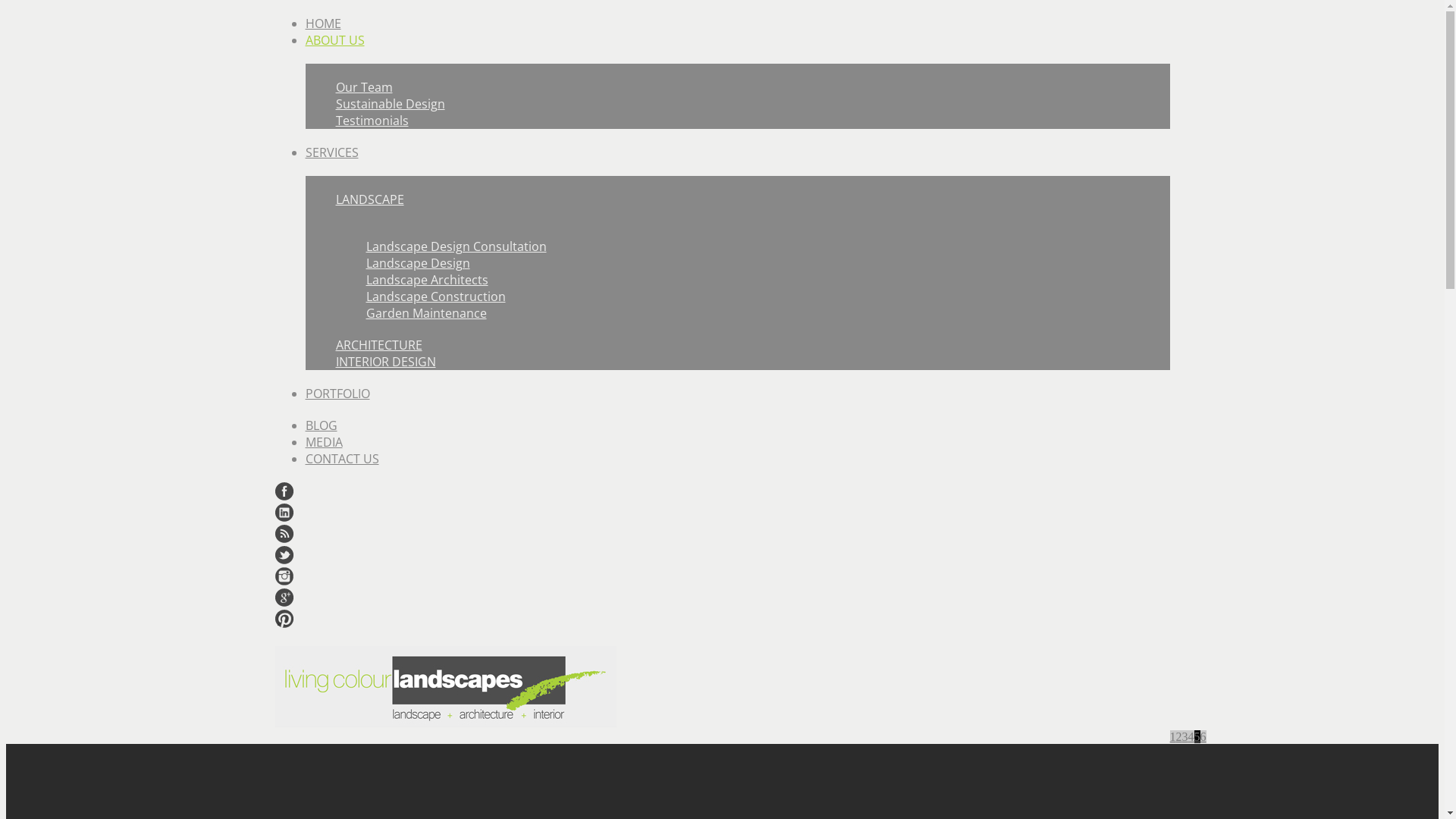  I want to click on 'ARCHITECTURE', so click(334, 345).